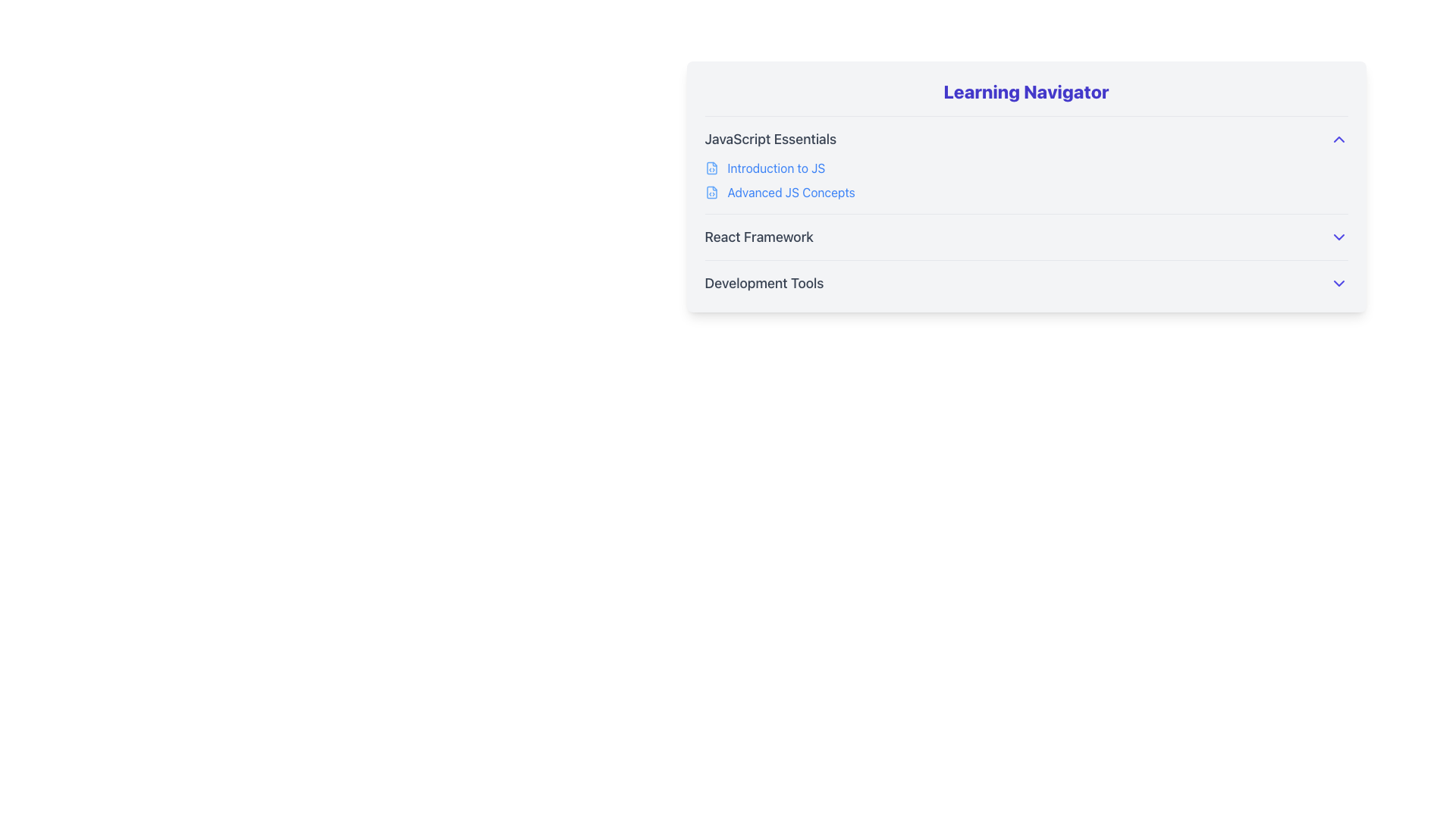 The image size is (1456, 819). Describe the element at coordinates (1026, 284) in the screenshot. I see `the 'Development Tools' expandable list item within the 'React Framework' section` at that location.